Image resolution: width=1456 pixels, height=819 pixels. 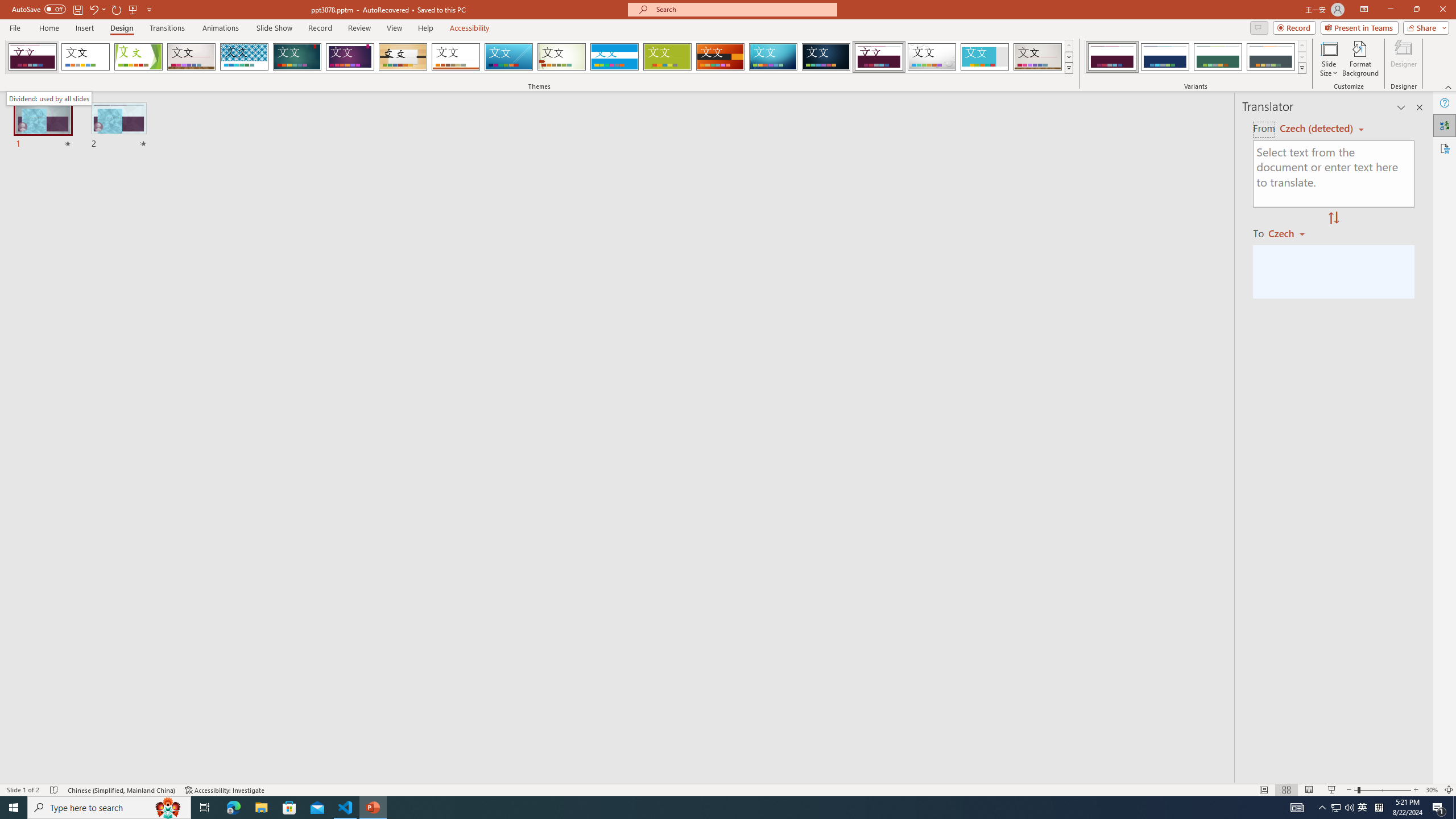 What do you see at coordinates (138, 56) in the screenshot?
I see `'Facet'` at bounding box center [138, 56].